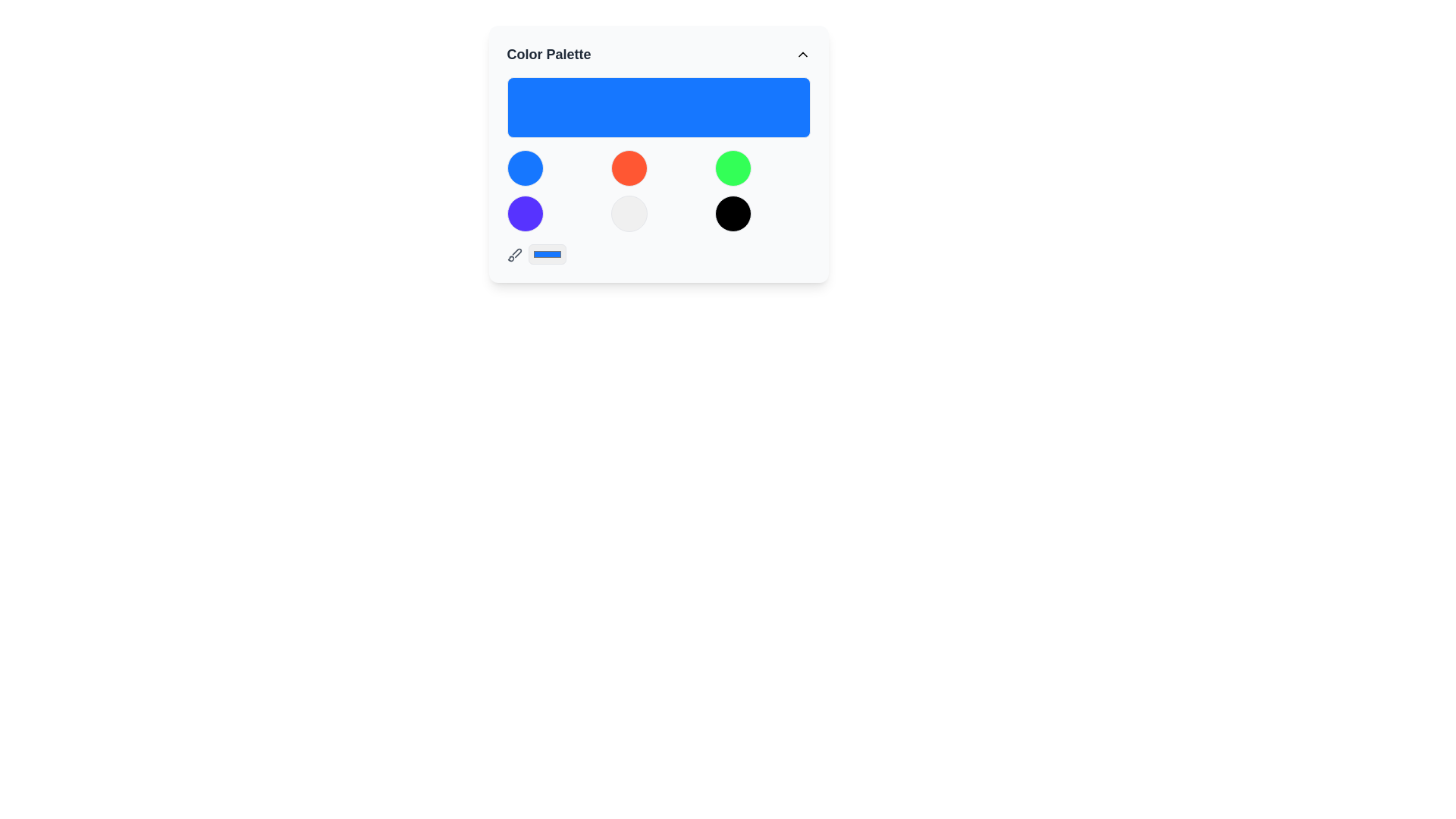  I want to click on the color selector button located in the second column of the first row of a grid layout, which allows the user to activate the associated orange color, so click(629, 168).